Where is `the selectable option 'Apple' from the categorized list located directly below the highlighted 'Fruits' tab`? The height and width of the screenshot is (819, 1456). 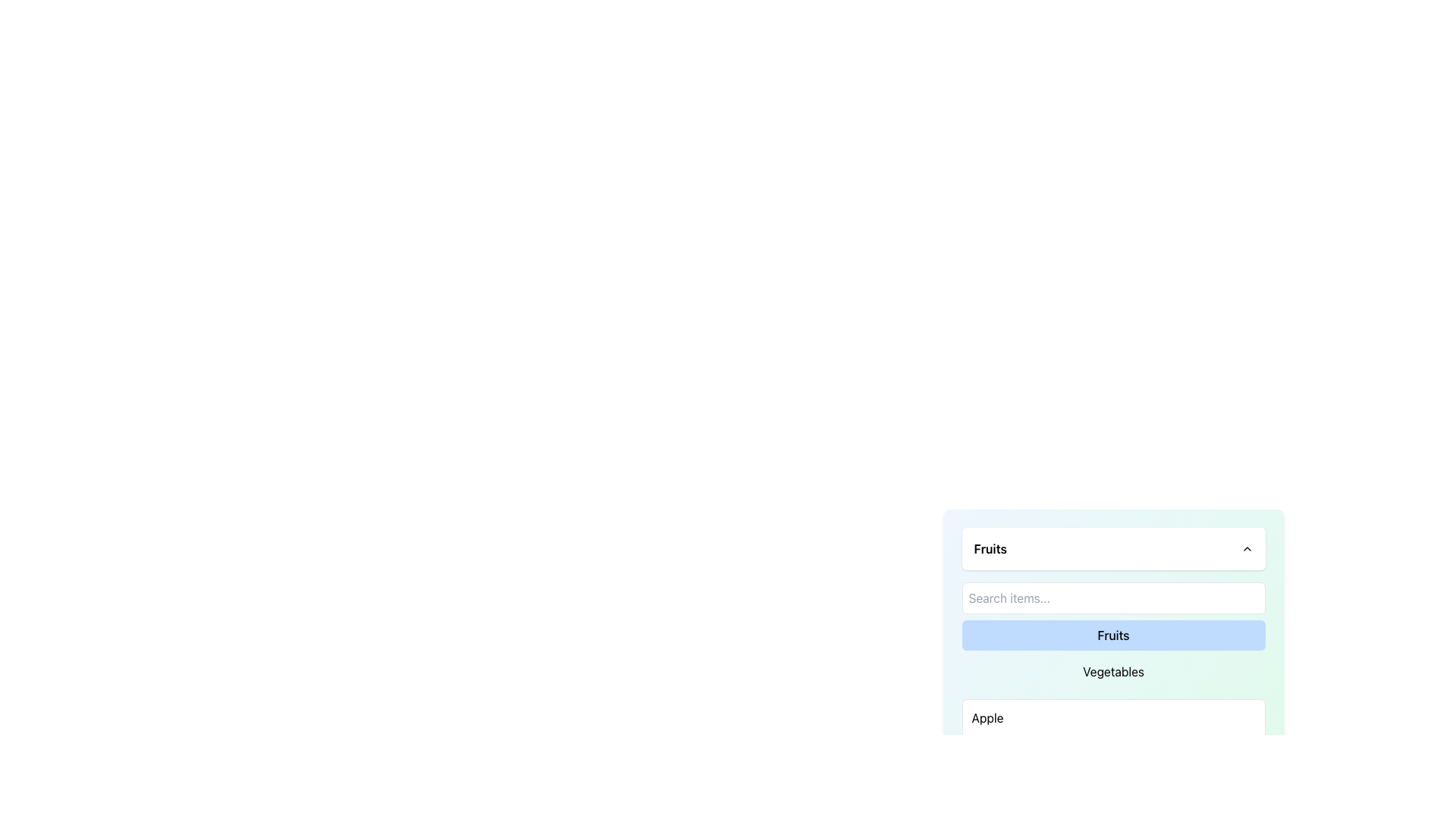
the selectable option 'Apple' from the categorized list located directly below the highlighted 'Fruits' tab is located at coordinates (1113, 717).